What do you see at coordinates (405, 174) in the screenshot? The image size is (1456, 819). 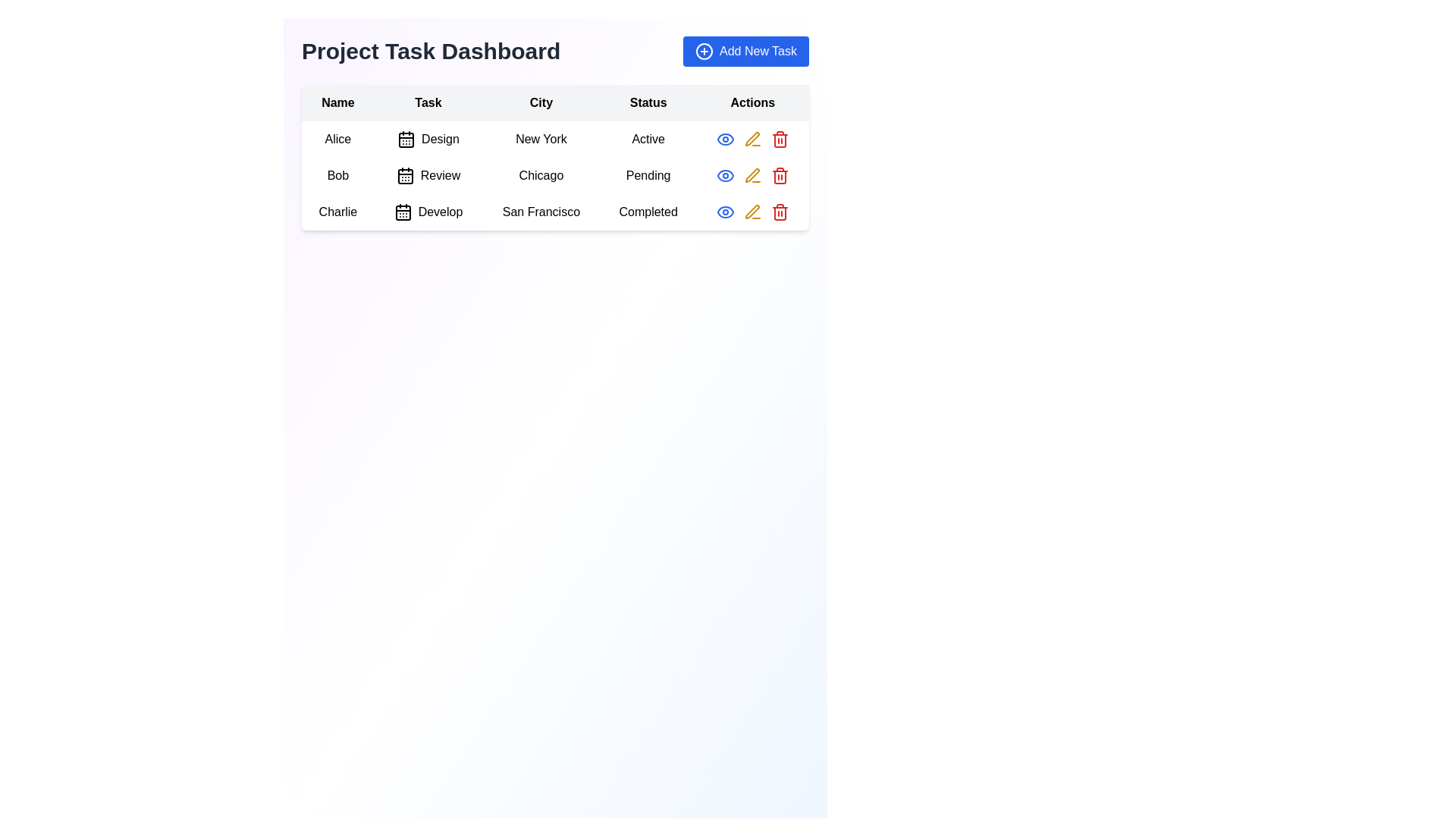 I see `the calendar icon in the 'Task' column of the second row, which visually represents the task 'Review'` at bounding box center [405, 174].